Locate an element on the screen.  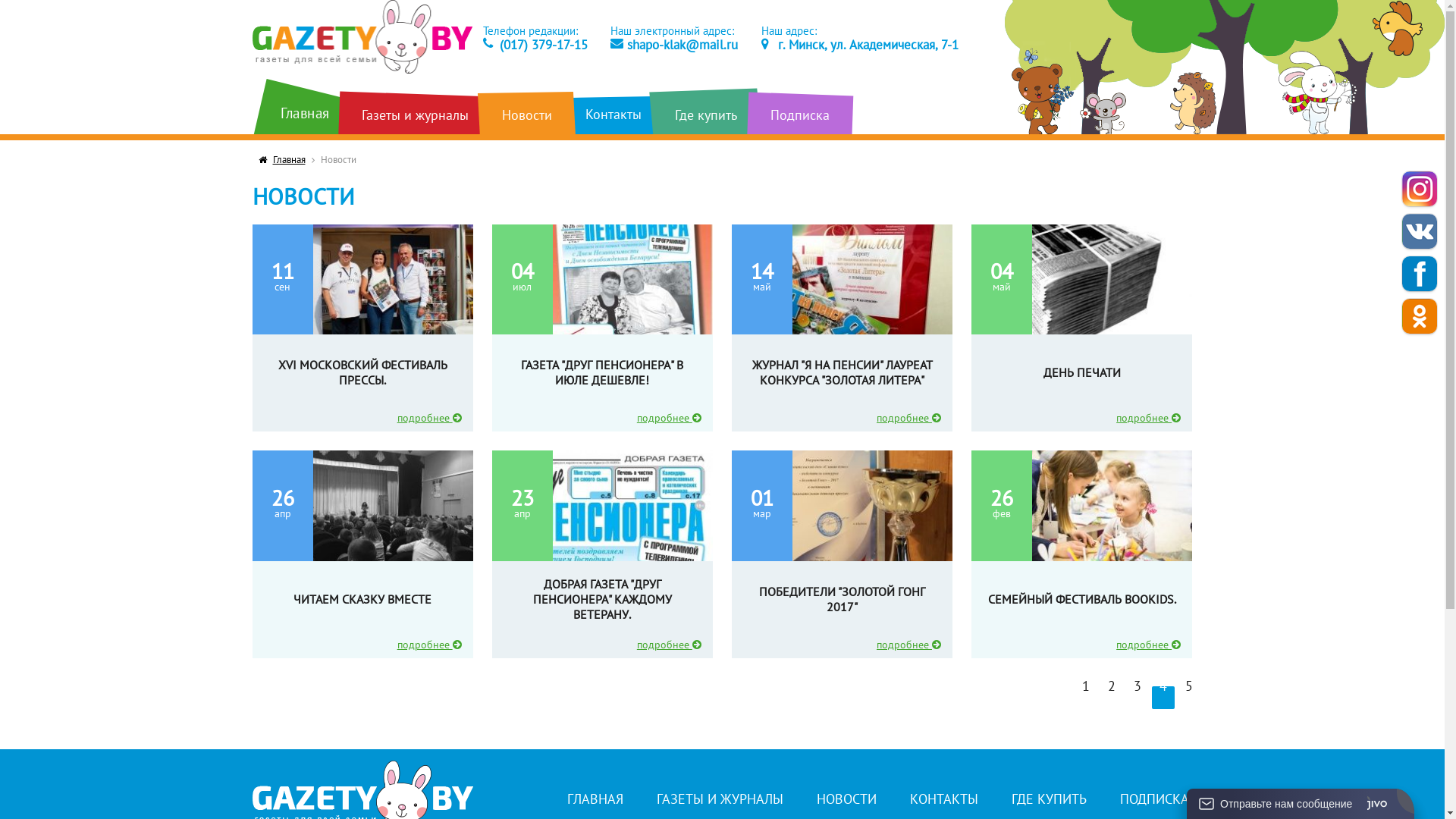
'shapo-klak@mail.ru' is located at coordinates (673, 43).